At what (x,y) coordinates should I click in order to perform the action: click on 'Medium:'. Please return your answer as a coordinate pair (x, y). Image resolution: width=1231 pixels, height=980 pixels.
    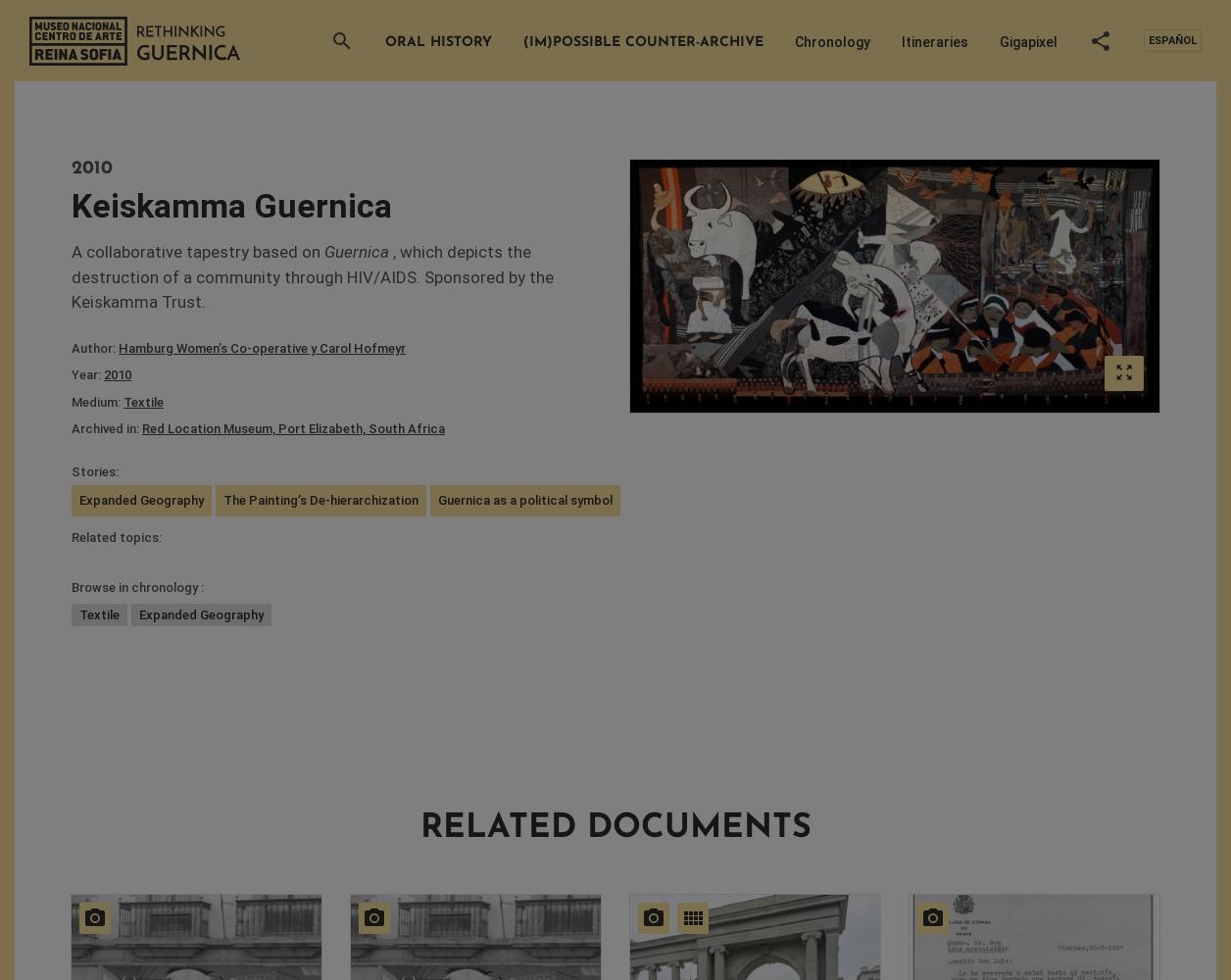
    Looking at the image, I should click on (97, 401).